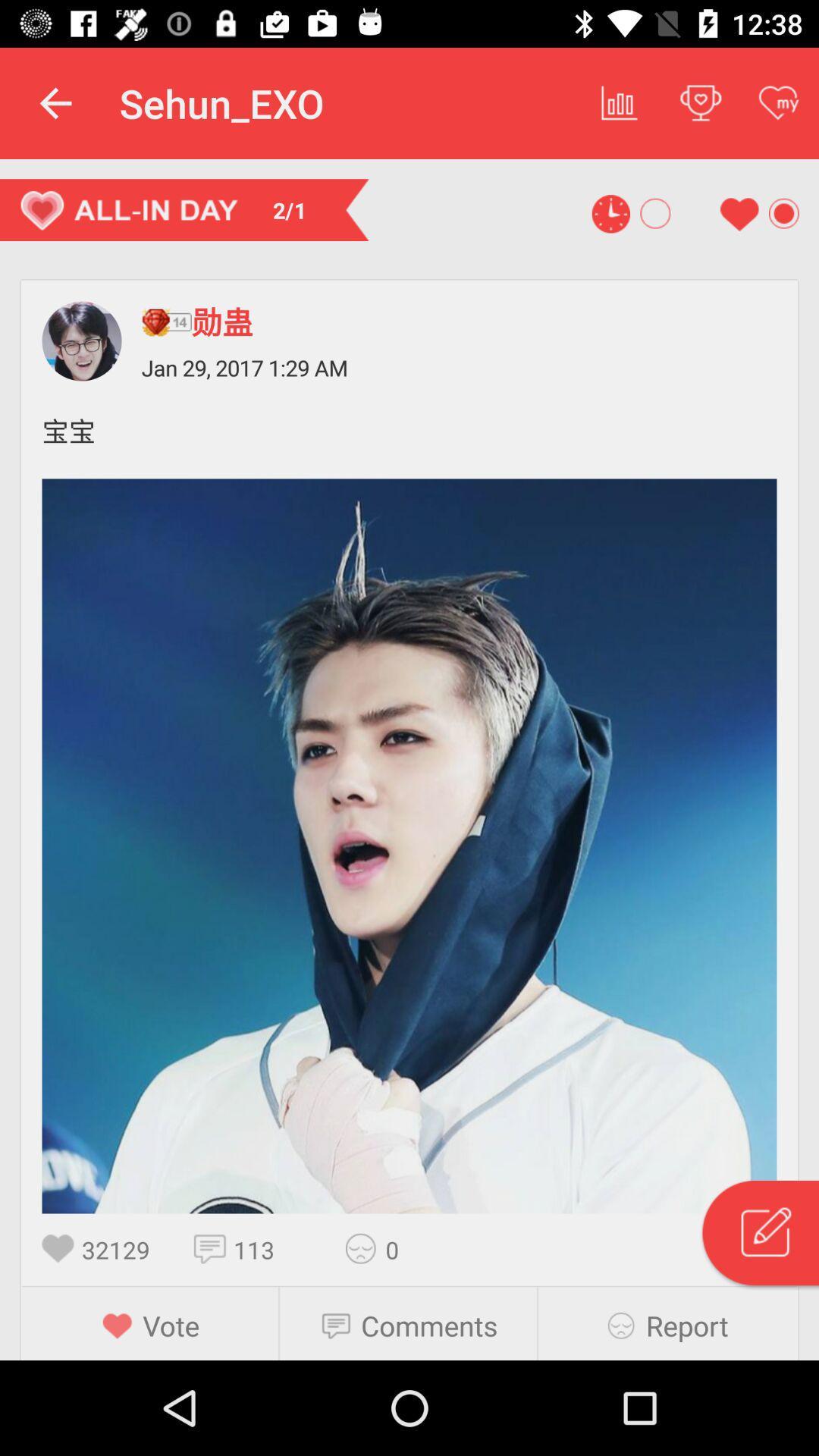 This screenshot has height=1456, width=819. Describe the element at coordinates (341, 1325) in the screenshot. I see `the icon to the right of the vote item` at that location.